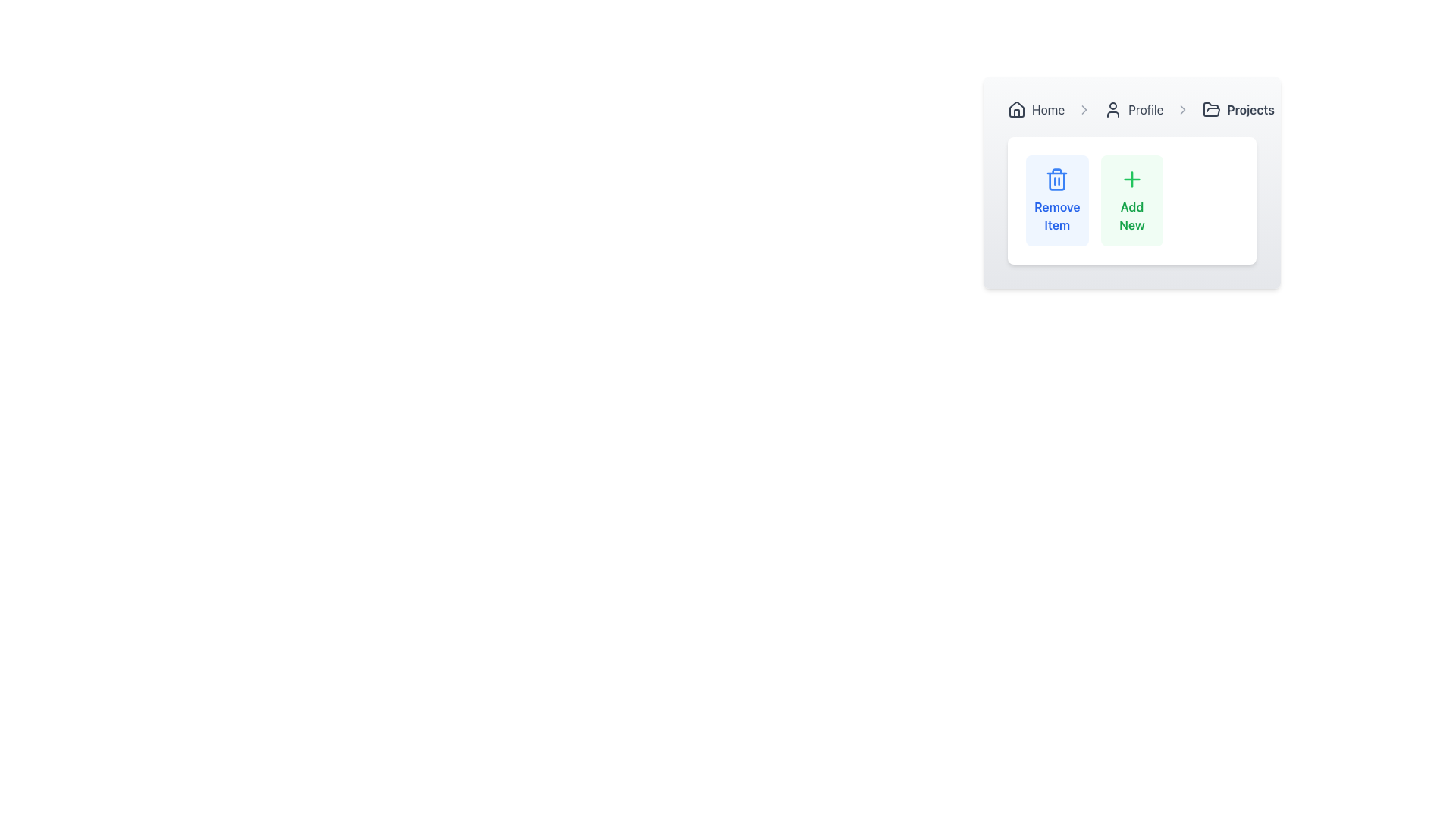 This screenshot has width=1456, height=819. What do you see at coordinates (1131, 181) in the screenshot?
I see `the green-colored plus icon located in the 'Add New' card for accessibility` at bounding box center [1131, 181].